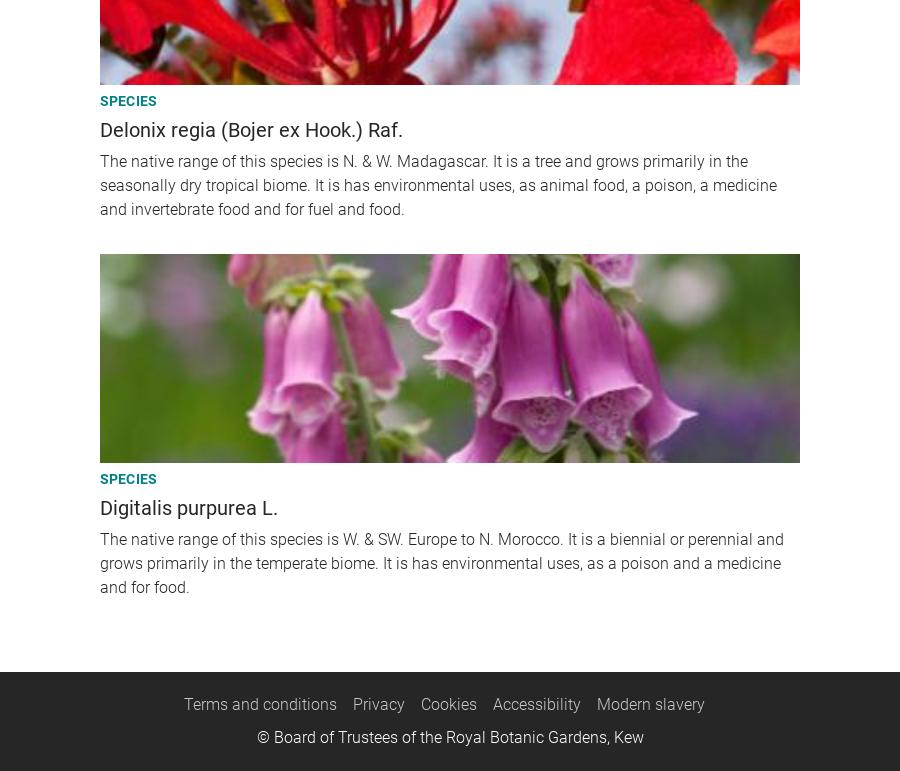 Image resolution: width=900 pixels, height=771 pixels. Describe the element at coordinates (420, 702) in the screenshot. I see `'Cookies'` at that location.